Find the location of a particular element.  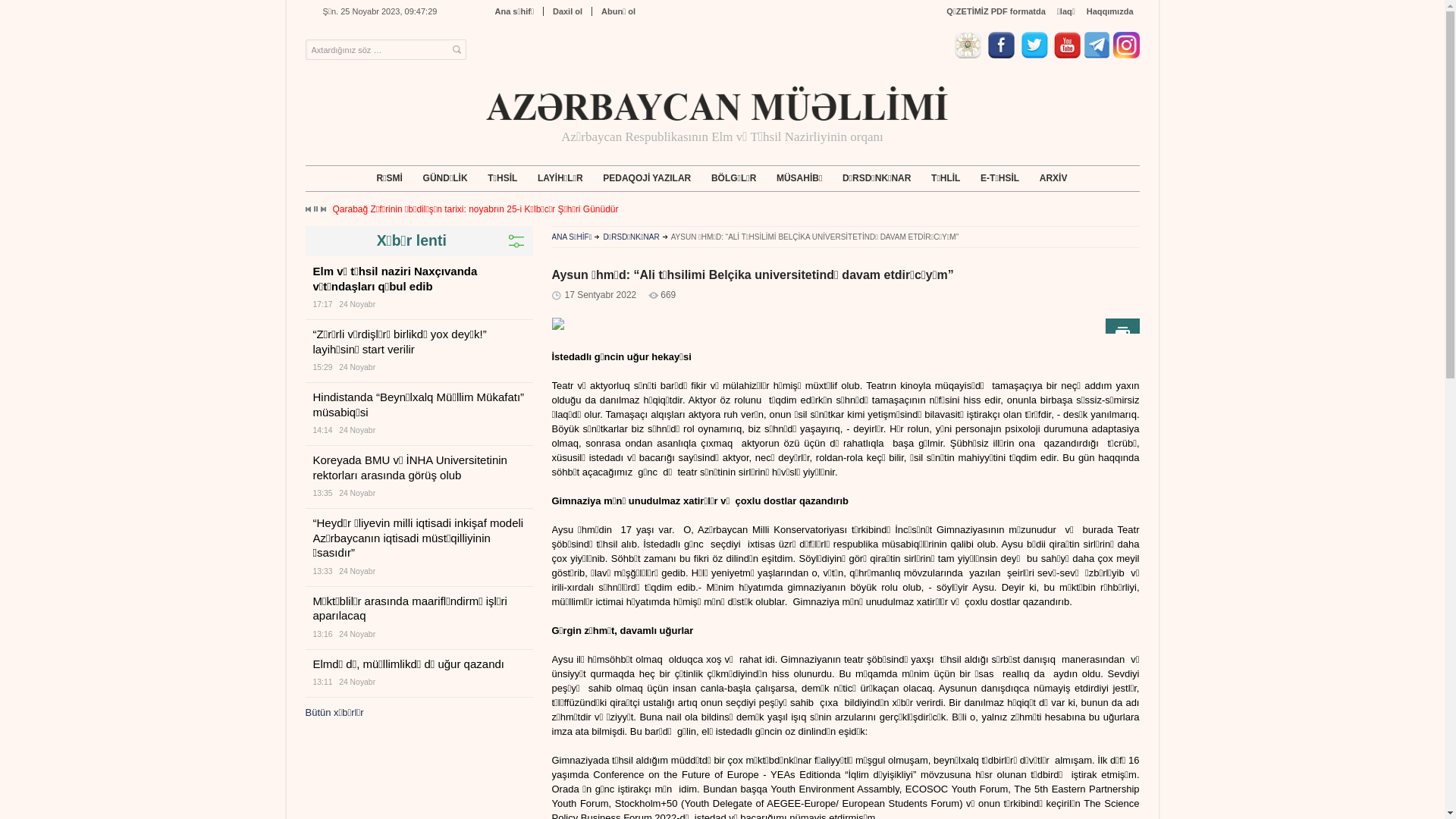

'Next' is located at coordinates (319, 209).